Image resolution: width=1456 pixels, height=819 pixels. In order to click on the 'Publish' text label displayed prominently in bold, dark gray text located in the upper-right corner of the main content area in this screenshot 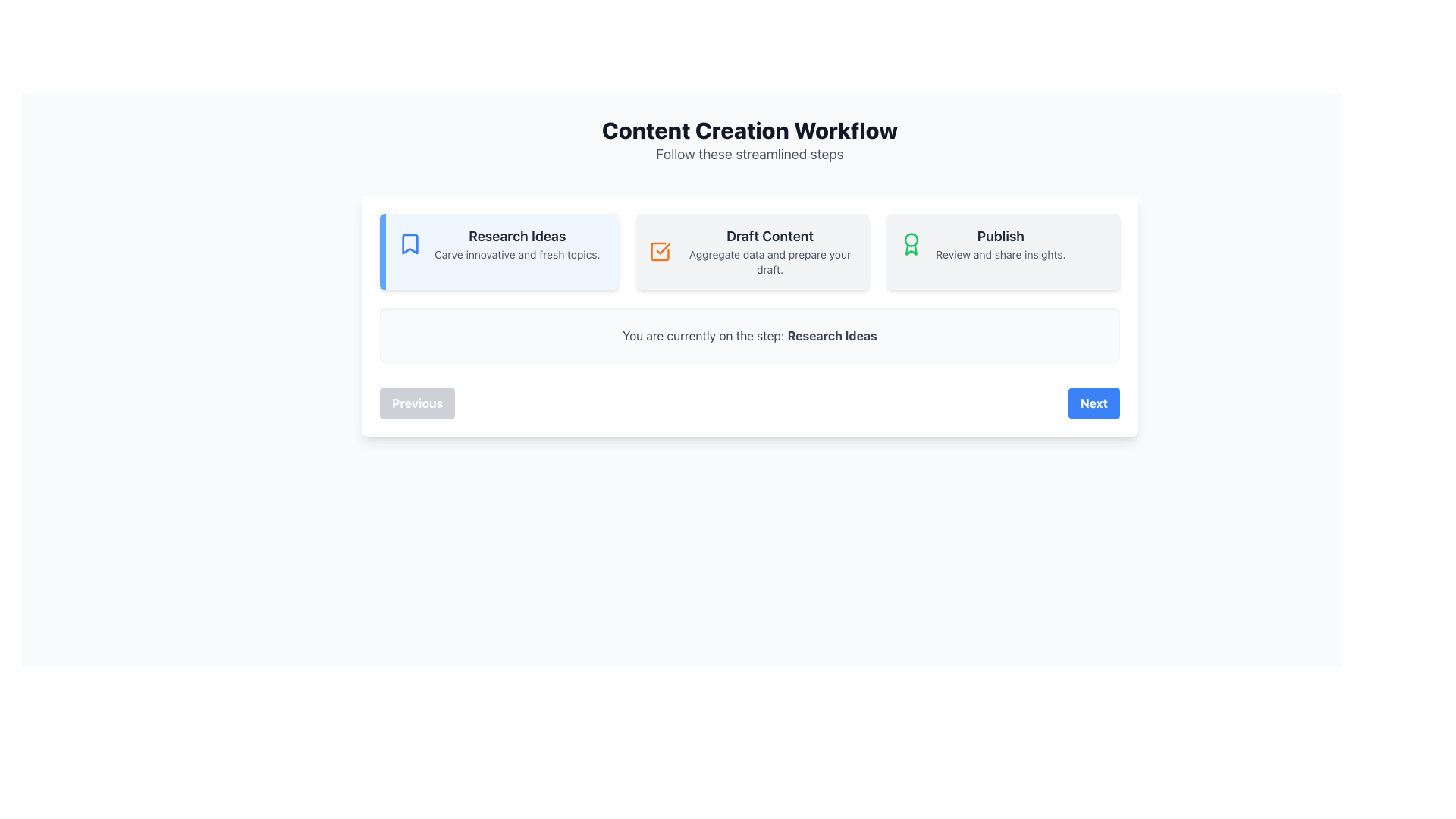, I will do `click(1001, 237)`.